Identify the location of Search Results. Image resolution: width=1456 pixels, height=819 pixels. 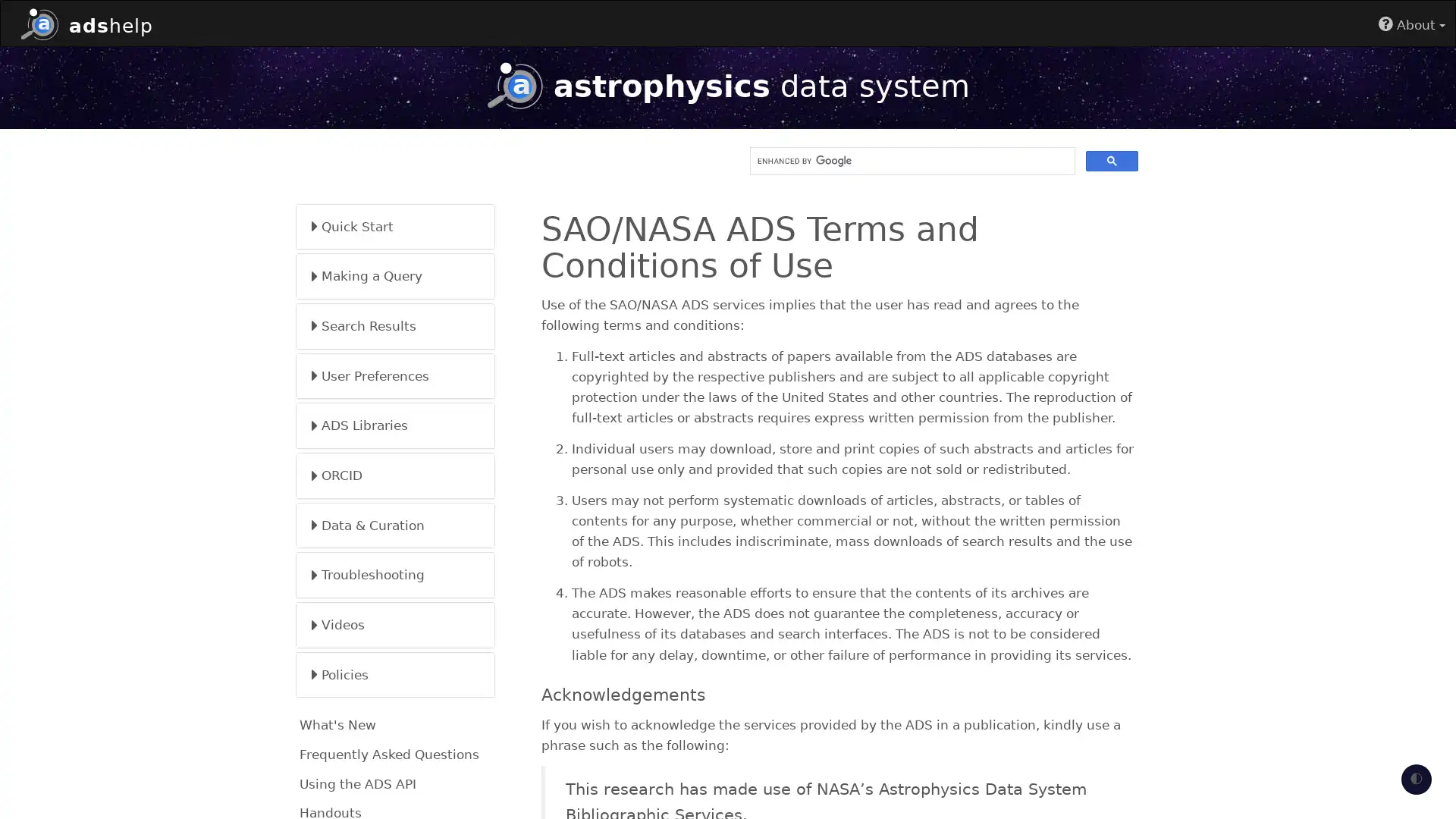
(395, 325).